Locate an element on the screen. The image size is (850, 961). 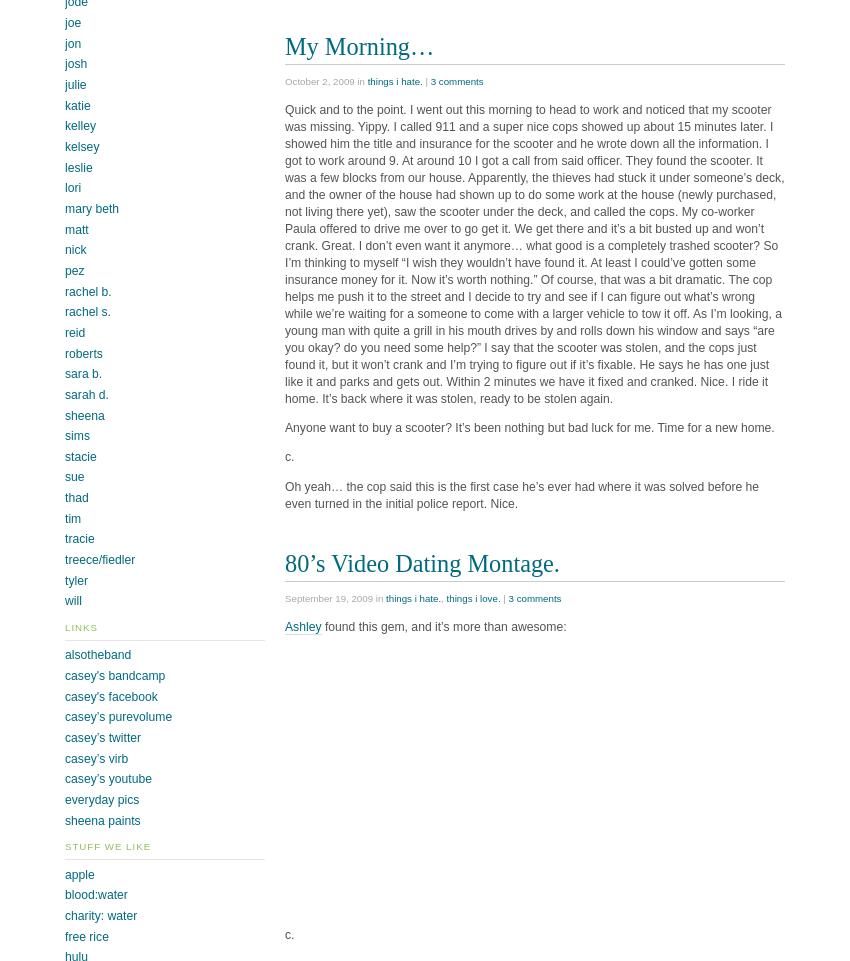
'sheena' is located at coordinates (84, 414).